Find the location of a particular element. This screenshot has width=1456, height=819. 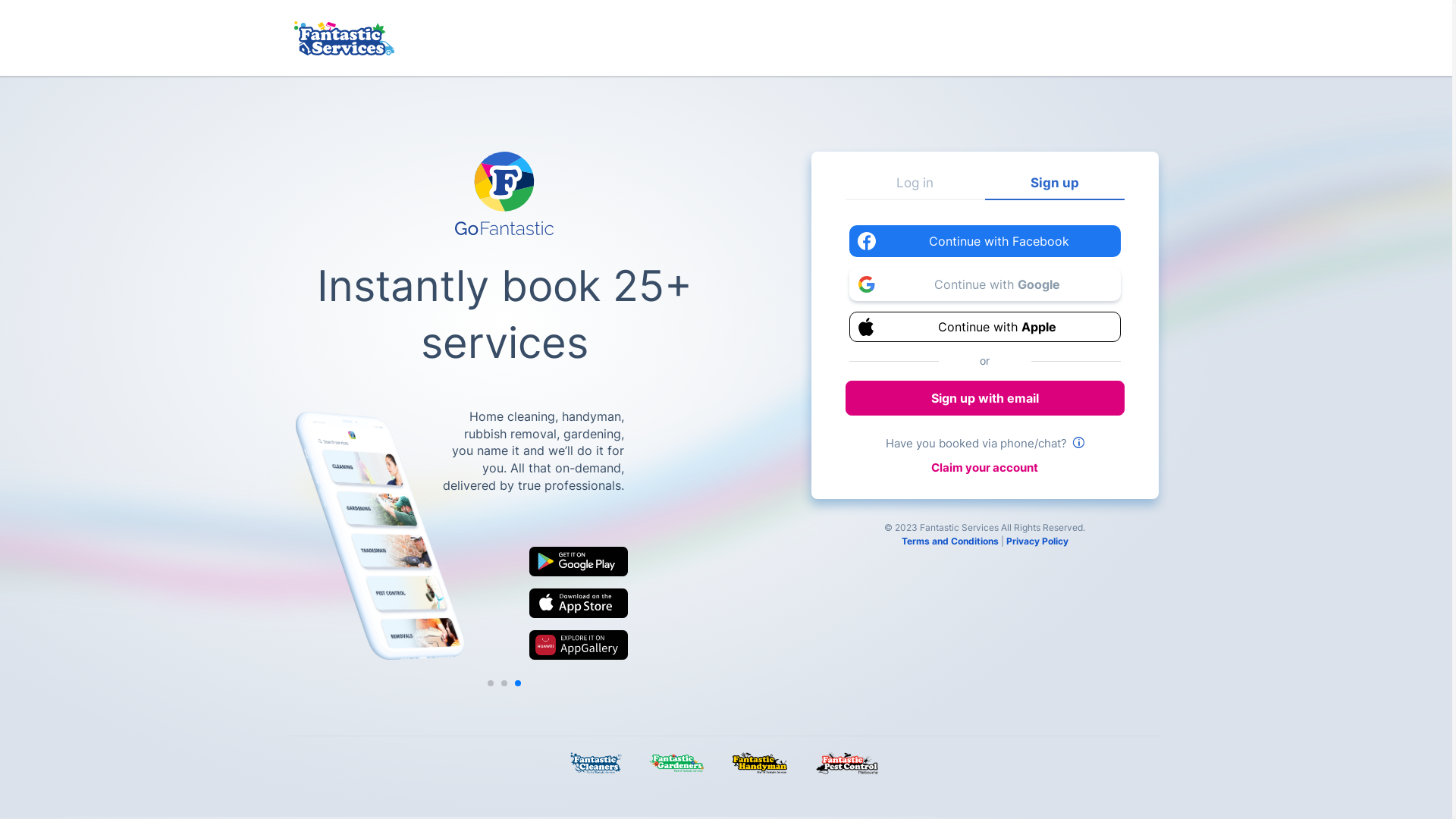

'Log in' is located at coordinates (914, 187).